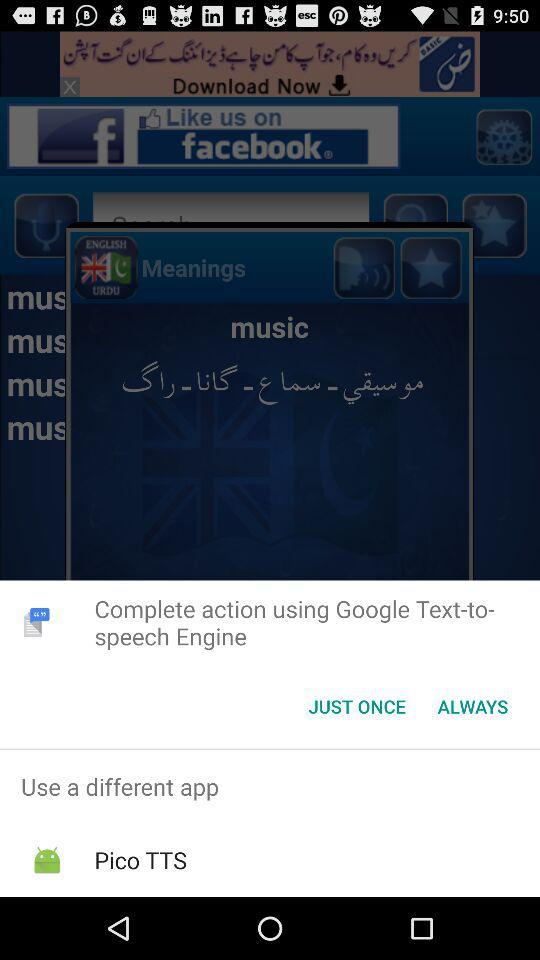 Image resolution: width=540 pixels, height=960 pixels. What do you see at coordinates (472, 706) in the screenshot?
I see `button to the right of the just once button` at bounding box center [472, 706].